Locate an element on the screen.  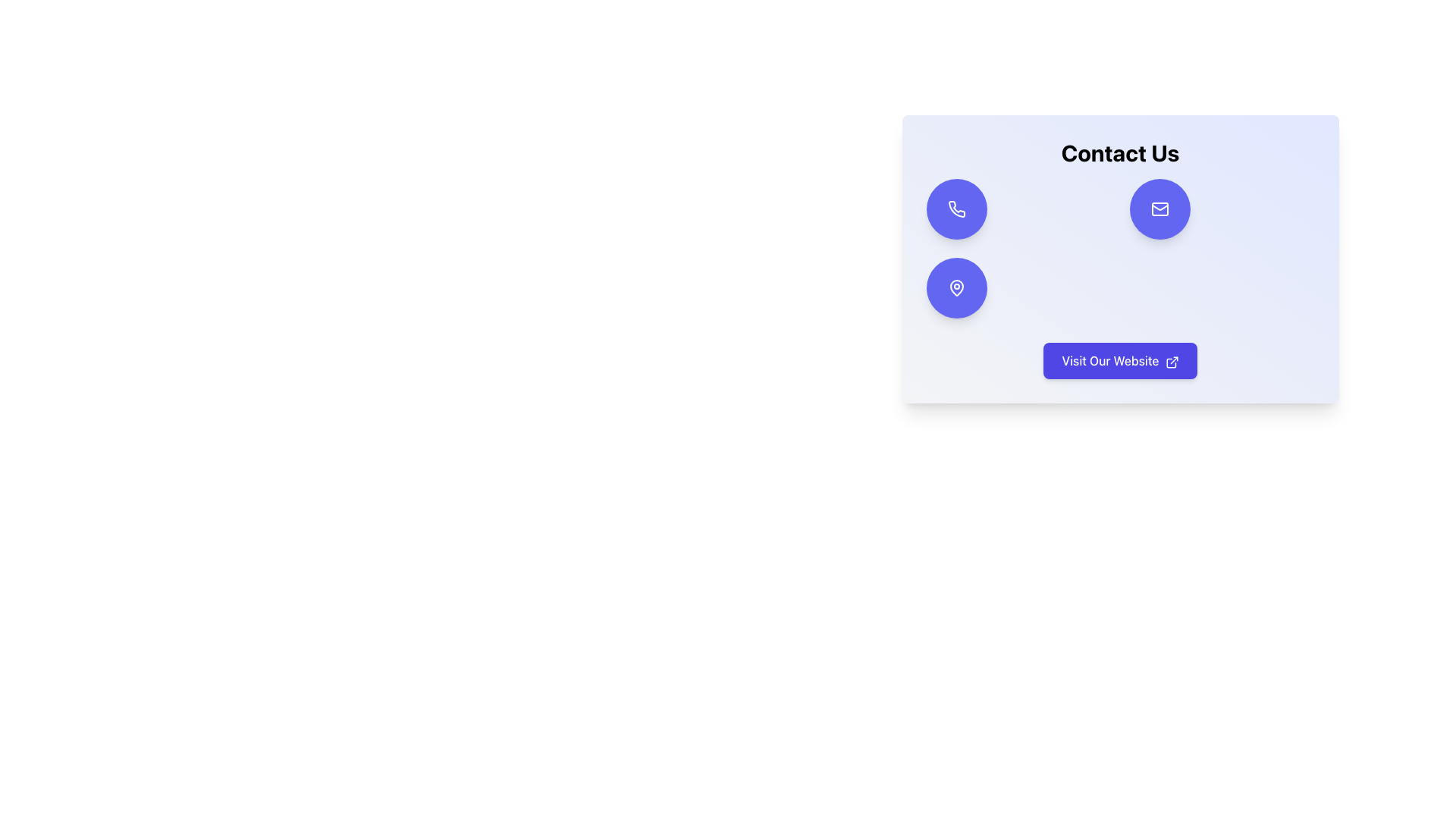
the map pin icon located in the 'Contact Us' section, which is the second circular icon vertically arranged between the phone icon above and the email icon below is located at coordinates (955, 288).